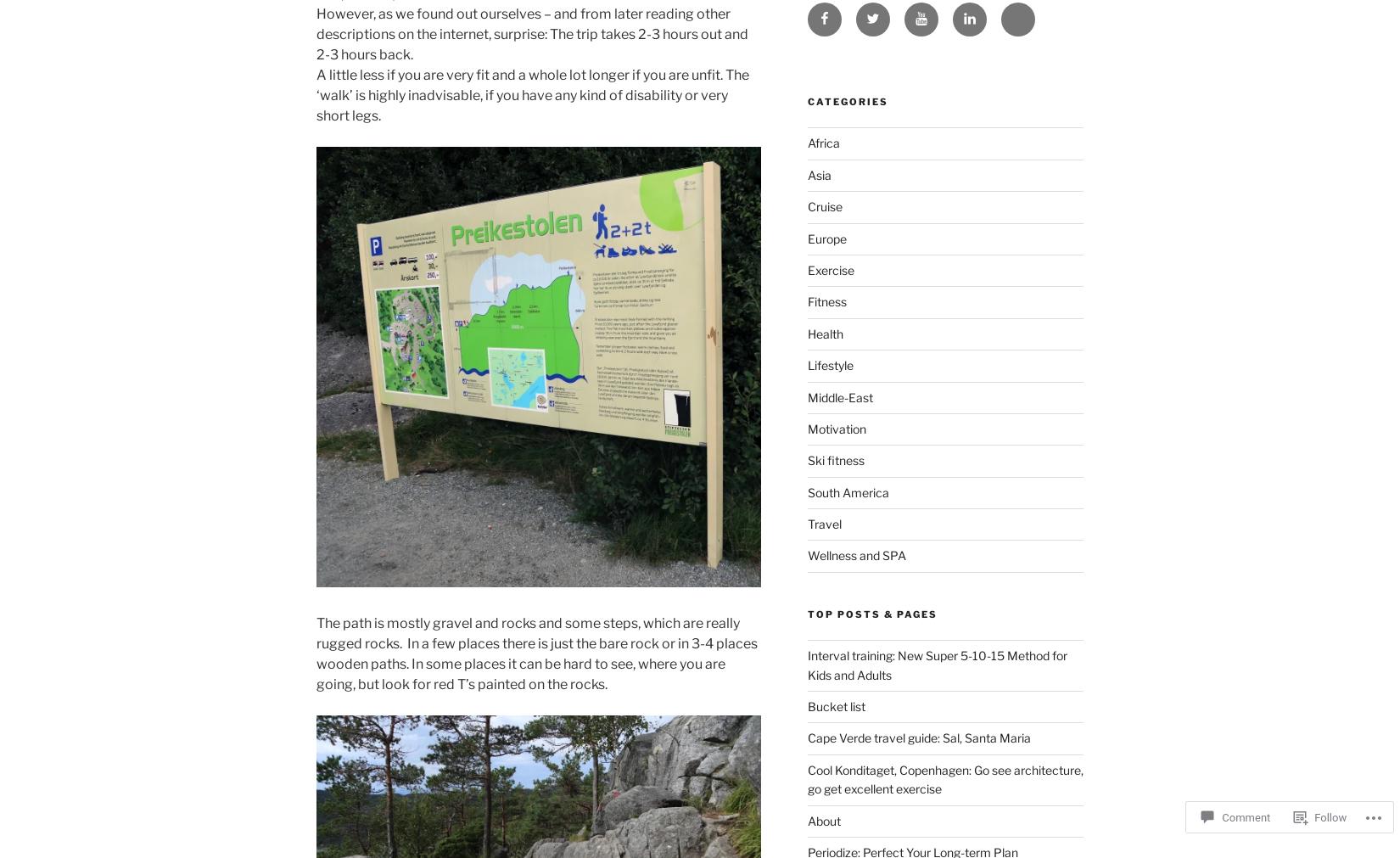  Describe the element at coordinates (1330, 816) in the screenshot. I see `'Follow'` at that location.